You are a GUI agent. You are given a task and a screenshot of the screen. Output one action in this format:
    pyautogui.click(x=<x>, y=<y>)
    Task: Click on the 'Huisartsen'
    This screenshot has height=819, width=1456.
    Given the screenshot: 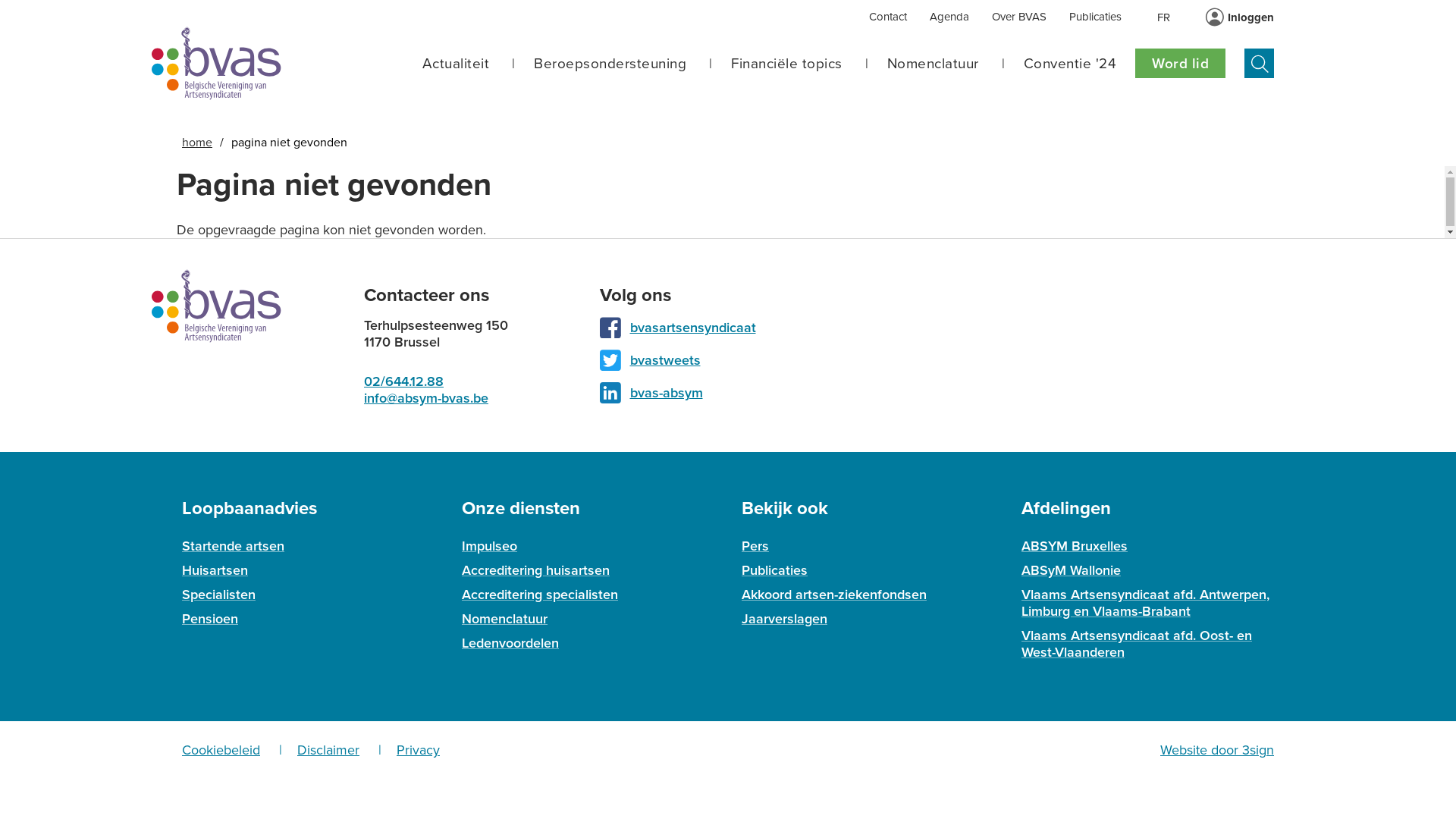 What is the action you would take?
    pyautogui.click(x=214, y=570)
    